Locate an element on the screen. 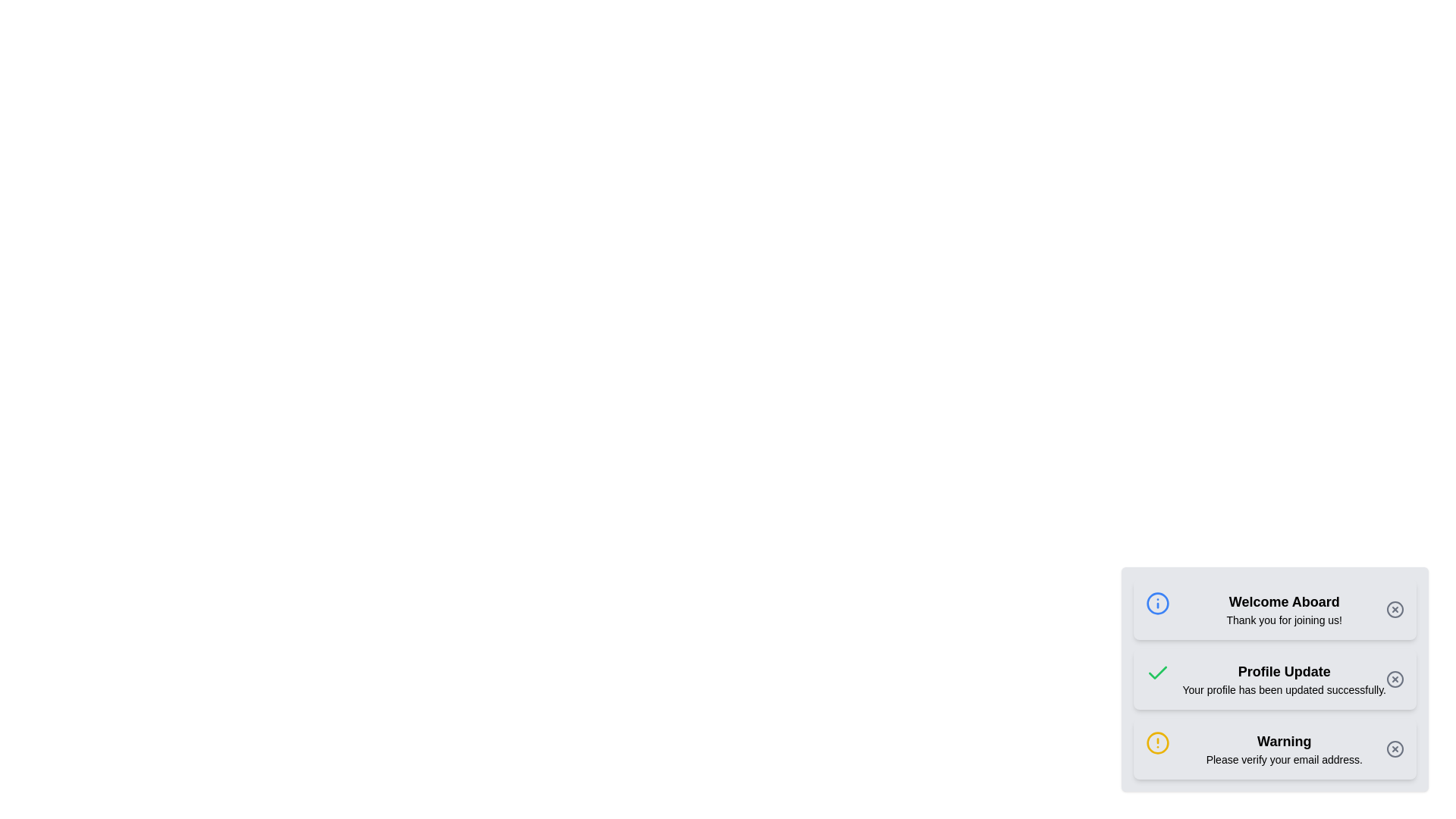  the text label that serves as the title for the notification card, located in the middle of the second row, above the subtext 'Your profile has been updated successfully.' is located at coordinates (1283, 671).